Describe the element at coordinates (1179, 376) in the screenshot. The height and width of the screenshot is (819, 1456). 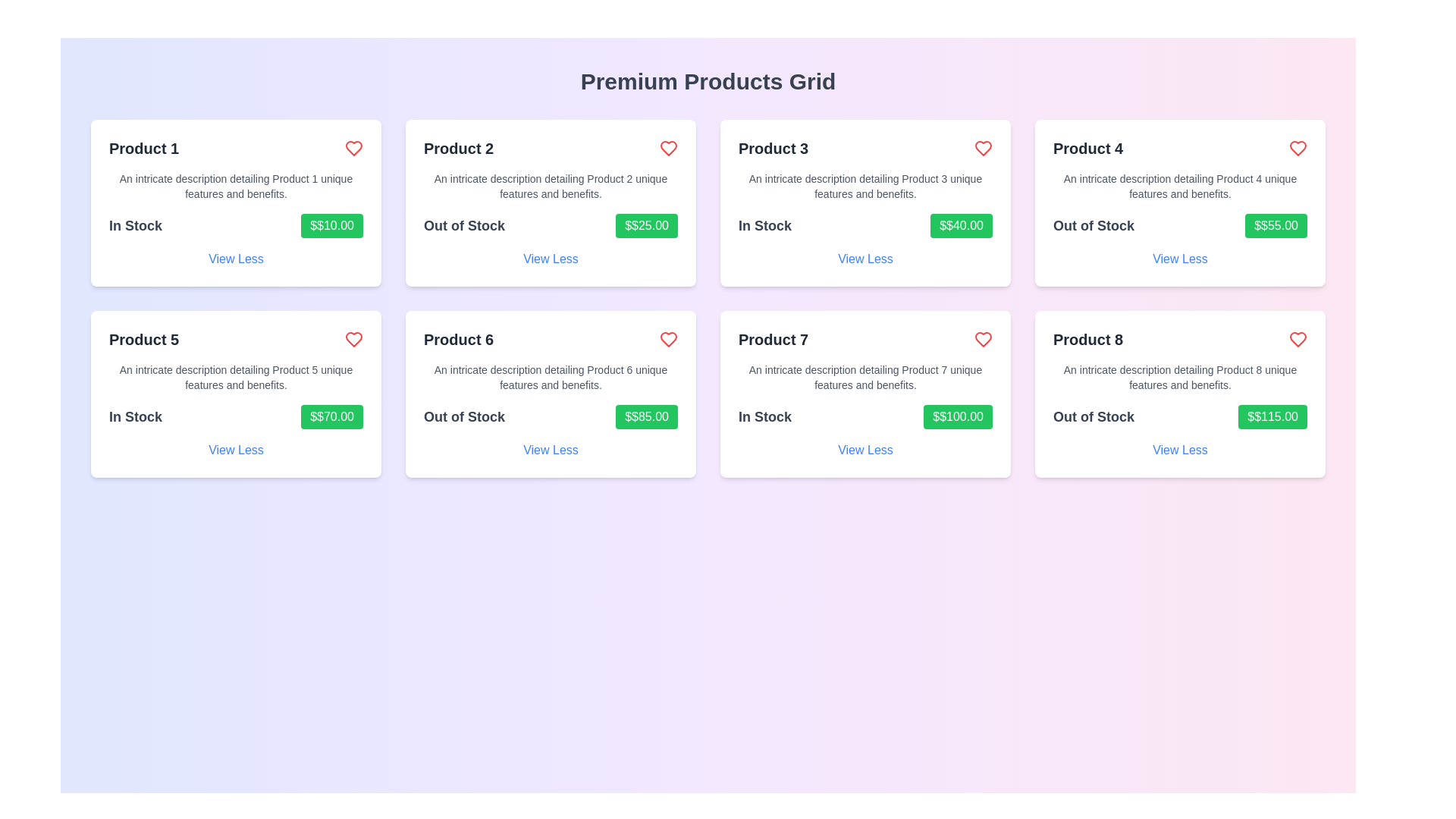
I see `descriptive text block that provides details about the features and benefits of 'Product 8', located centered within the card below the title and icon elements` at that location.